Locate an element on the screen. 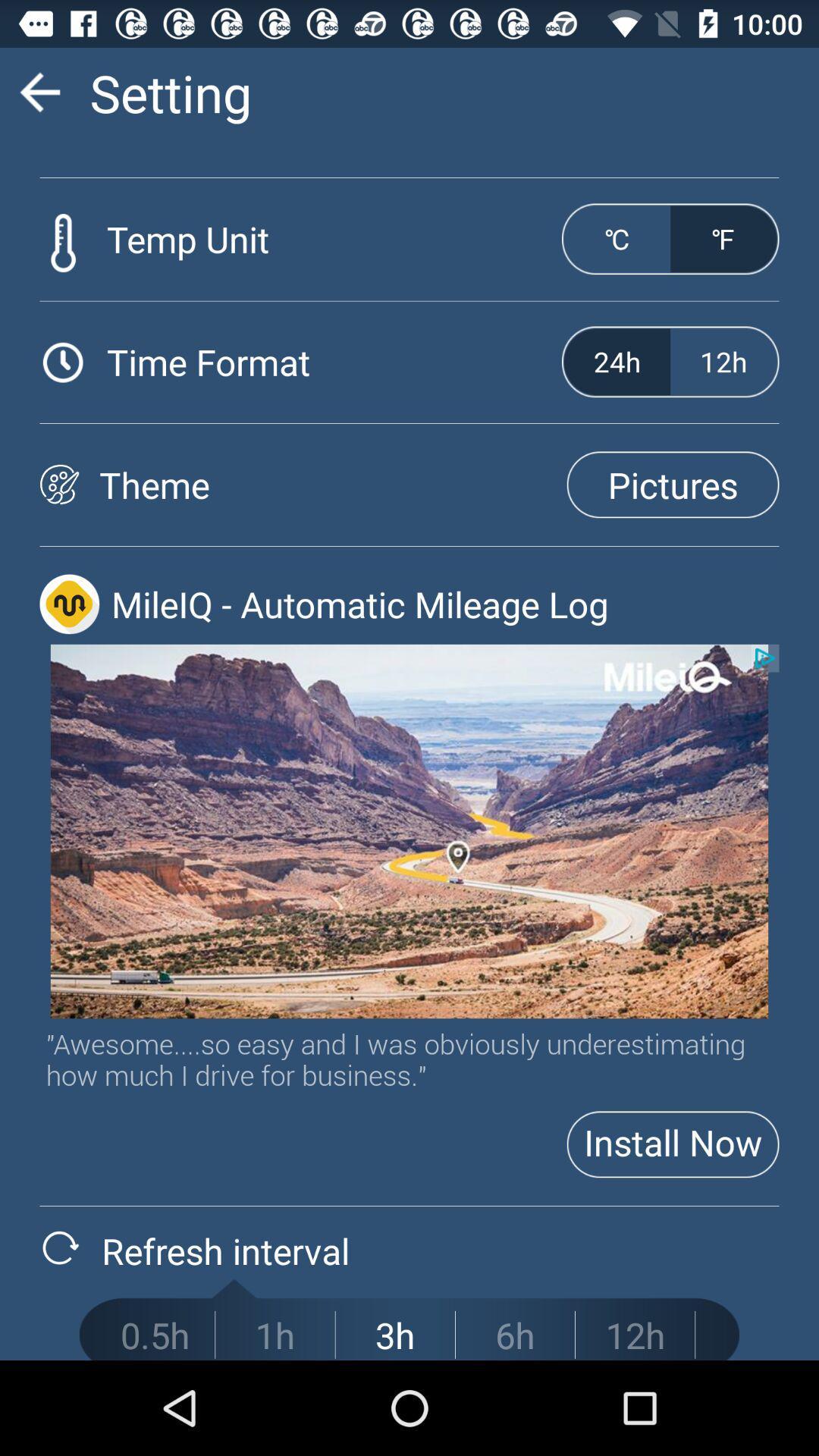  app next to 3h icon is located at coordinates (514, 1335).